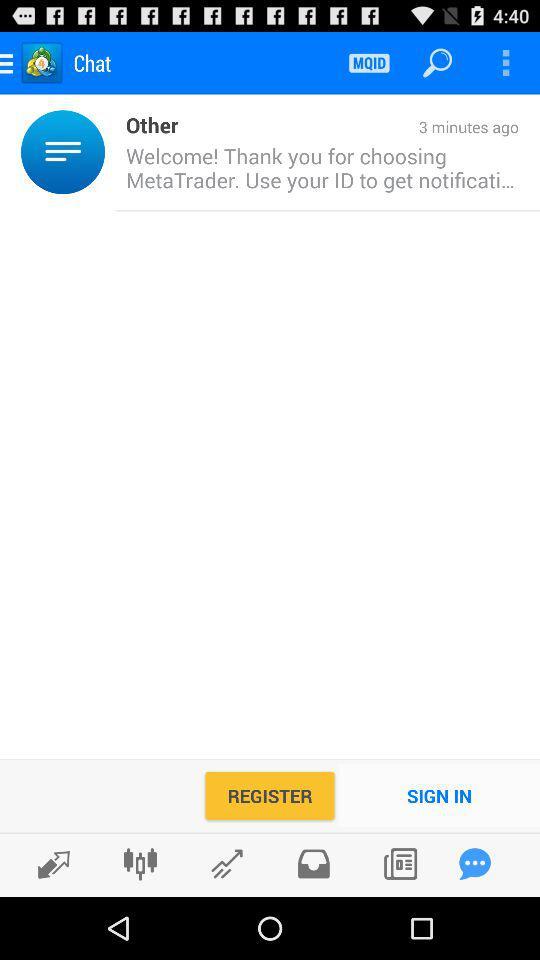  What do you see at coordinates (139, 924) in the screenshot?
I see `the sliders icon` at bounding box center [139, 924].